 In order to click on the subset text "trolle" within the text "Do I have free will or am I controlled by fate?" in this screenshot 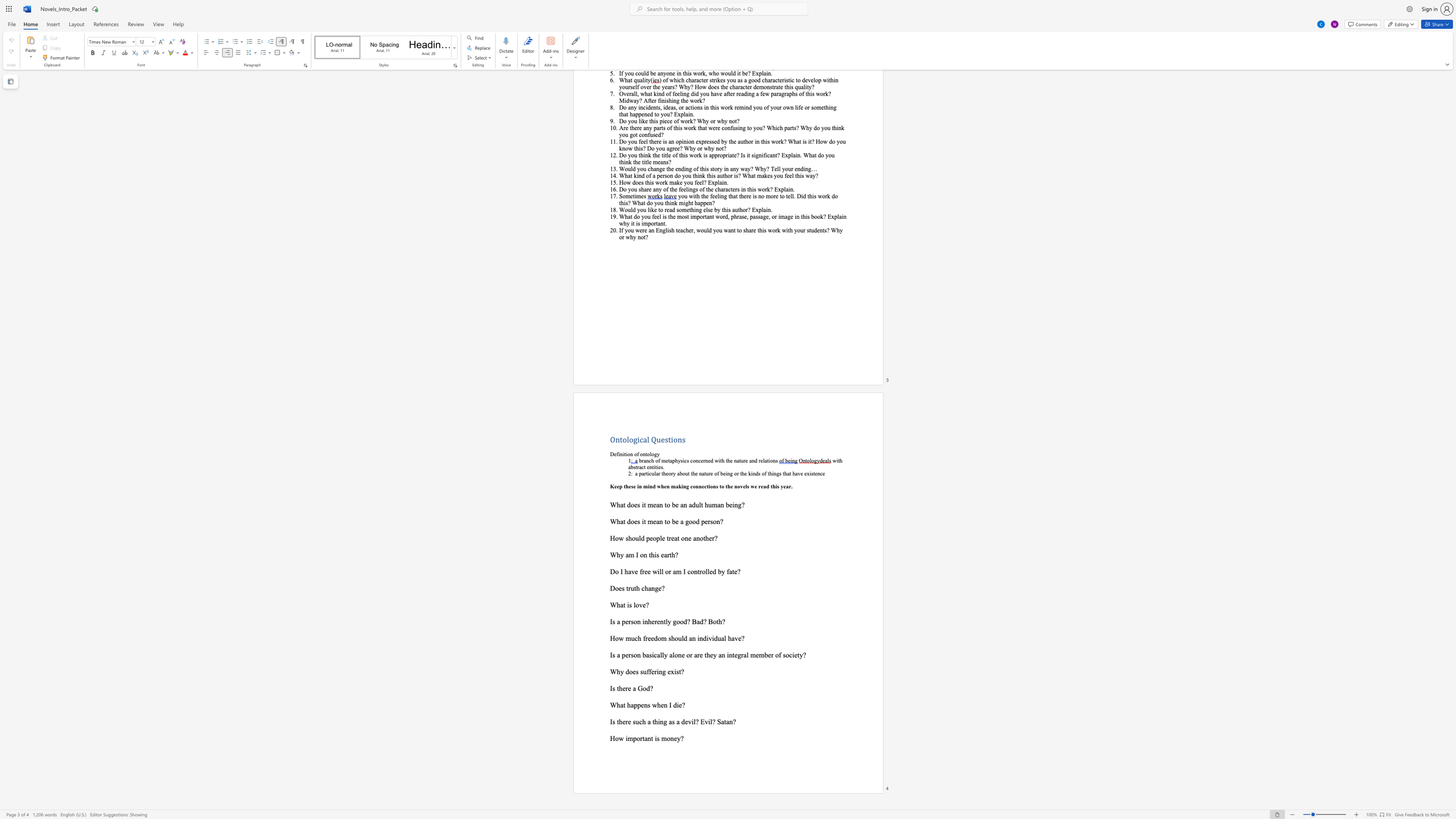, I will do `click(697, 571)`.